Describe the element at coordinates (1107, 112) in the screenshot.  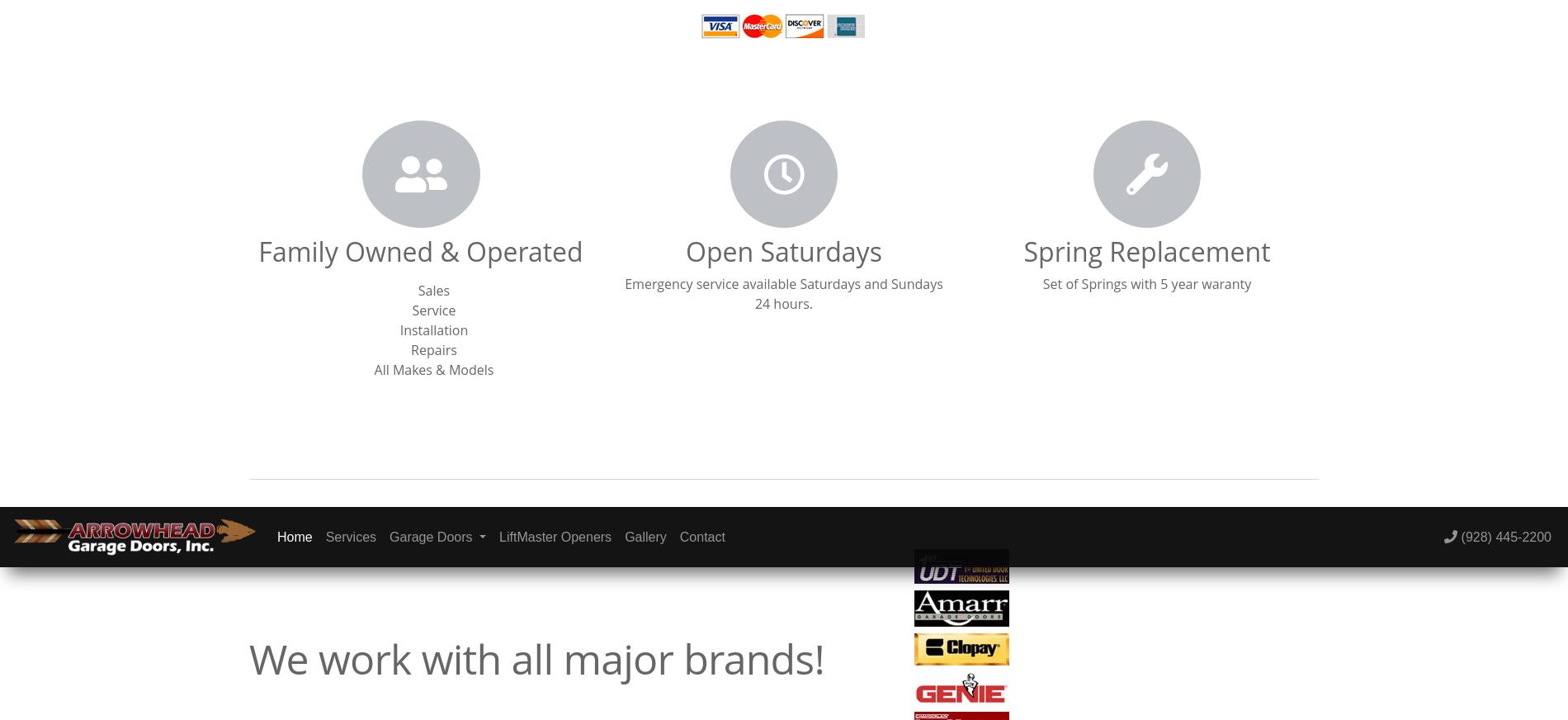
I see `'Prescott:'` at that location.